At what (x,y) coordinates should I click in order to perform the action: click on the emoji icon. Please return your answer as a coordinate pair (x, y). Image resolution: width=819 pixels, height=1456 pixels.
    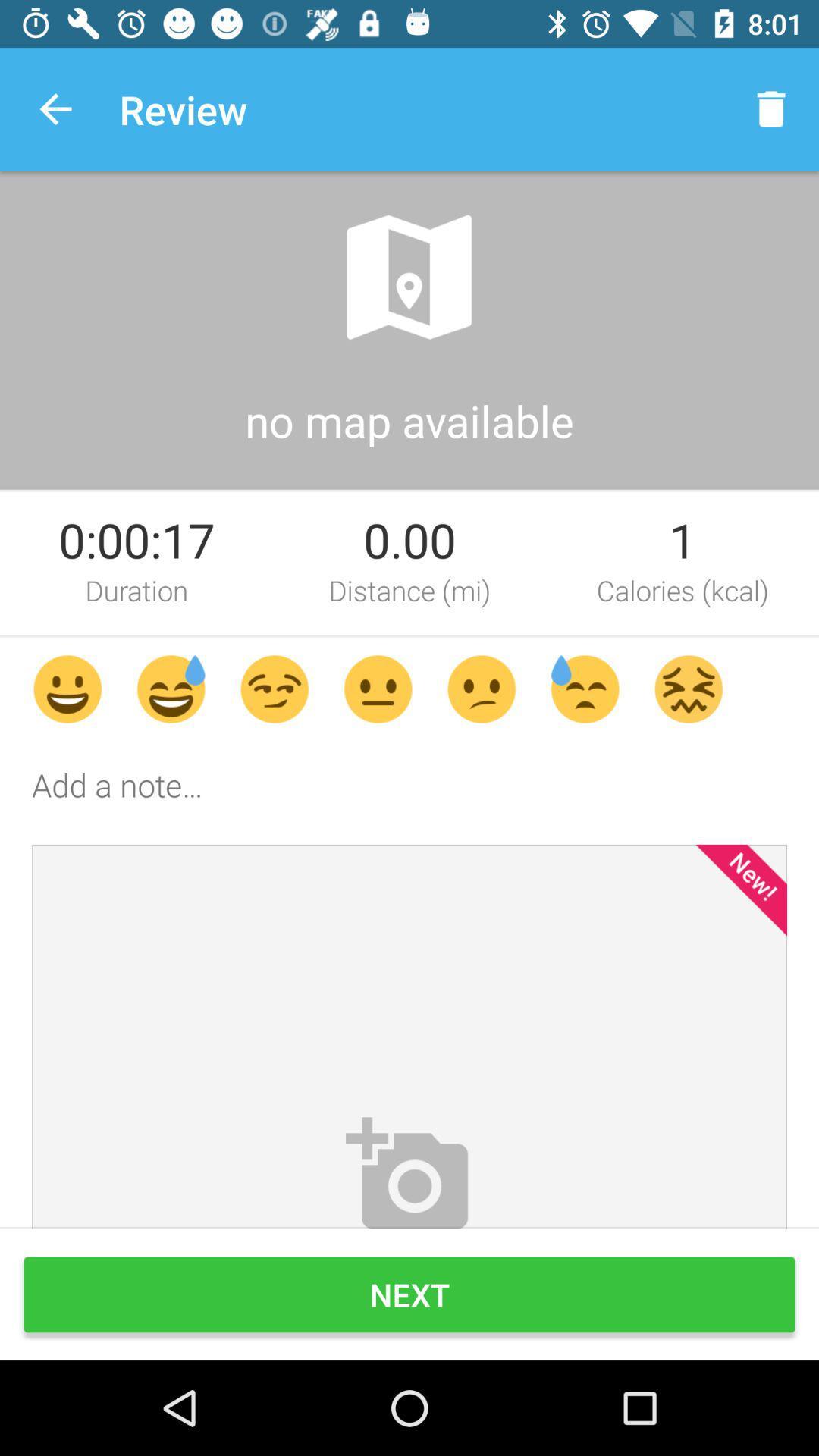
    Looking at the image, I should click on (584, 688).